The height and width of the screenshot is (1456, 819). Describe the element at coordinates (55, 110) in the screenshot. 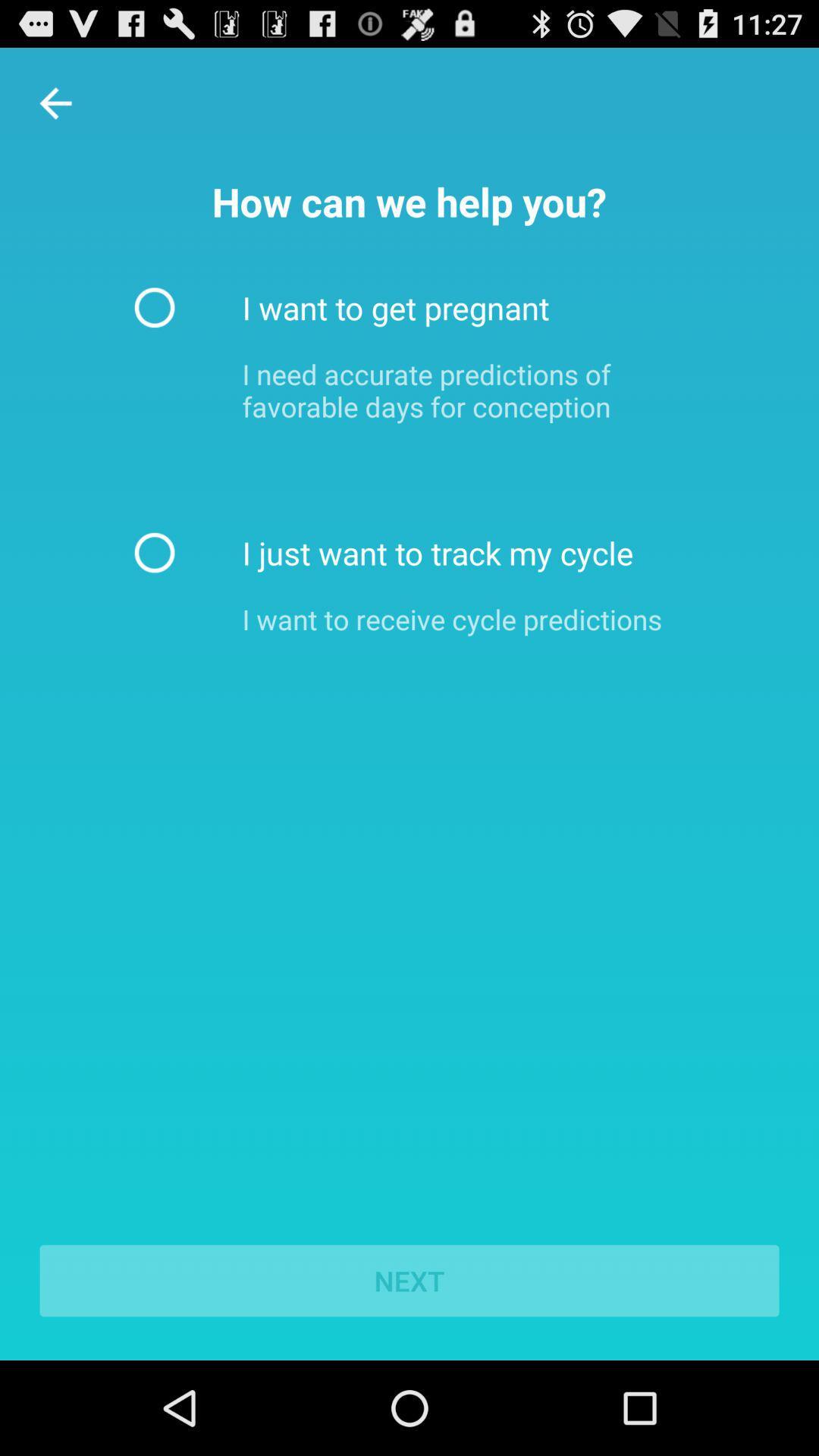

I see `the arrow_backward icon` at that location.